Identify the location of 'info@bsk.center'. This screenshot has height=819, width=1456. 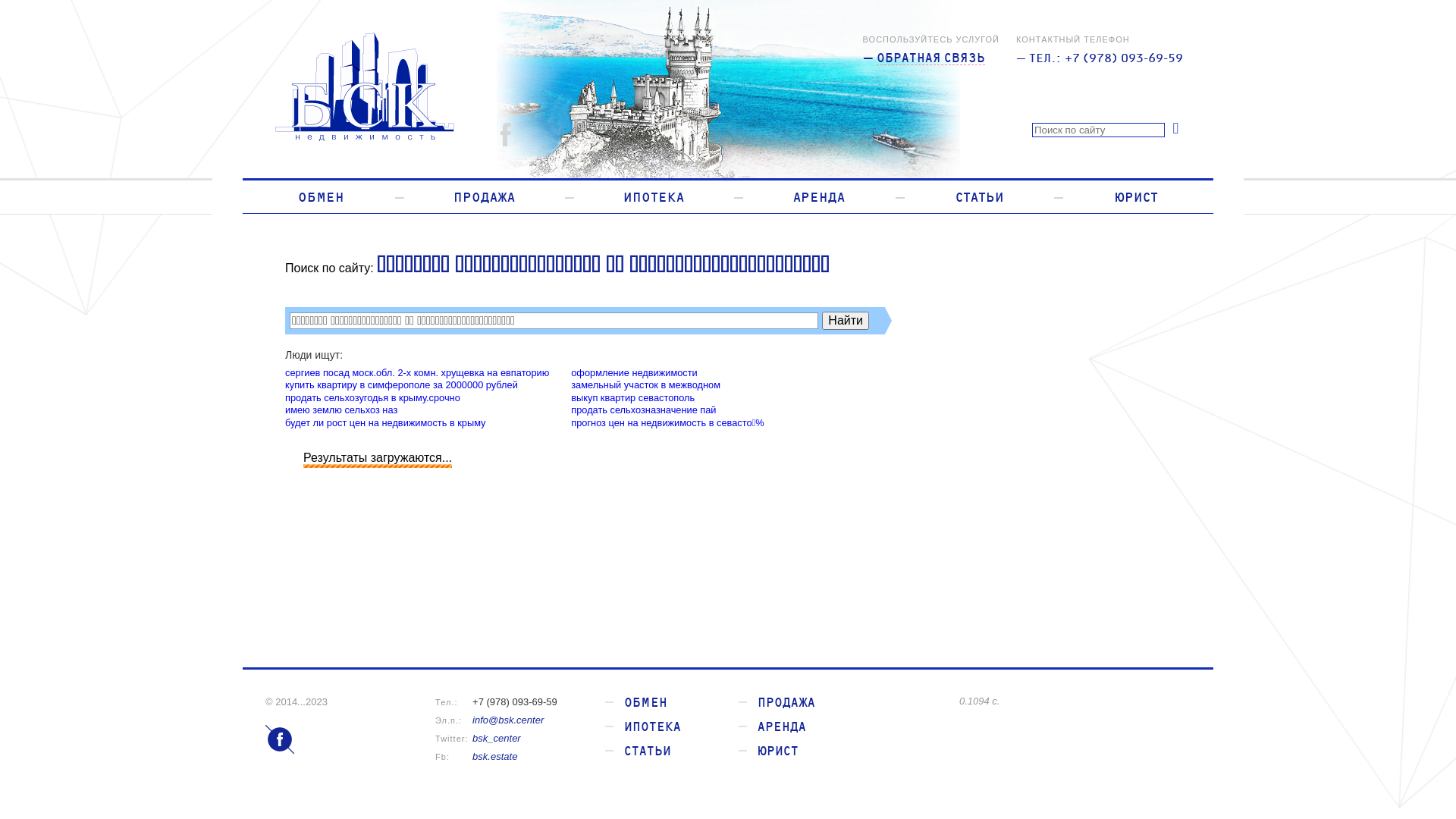
(508, 719).